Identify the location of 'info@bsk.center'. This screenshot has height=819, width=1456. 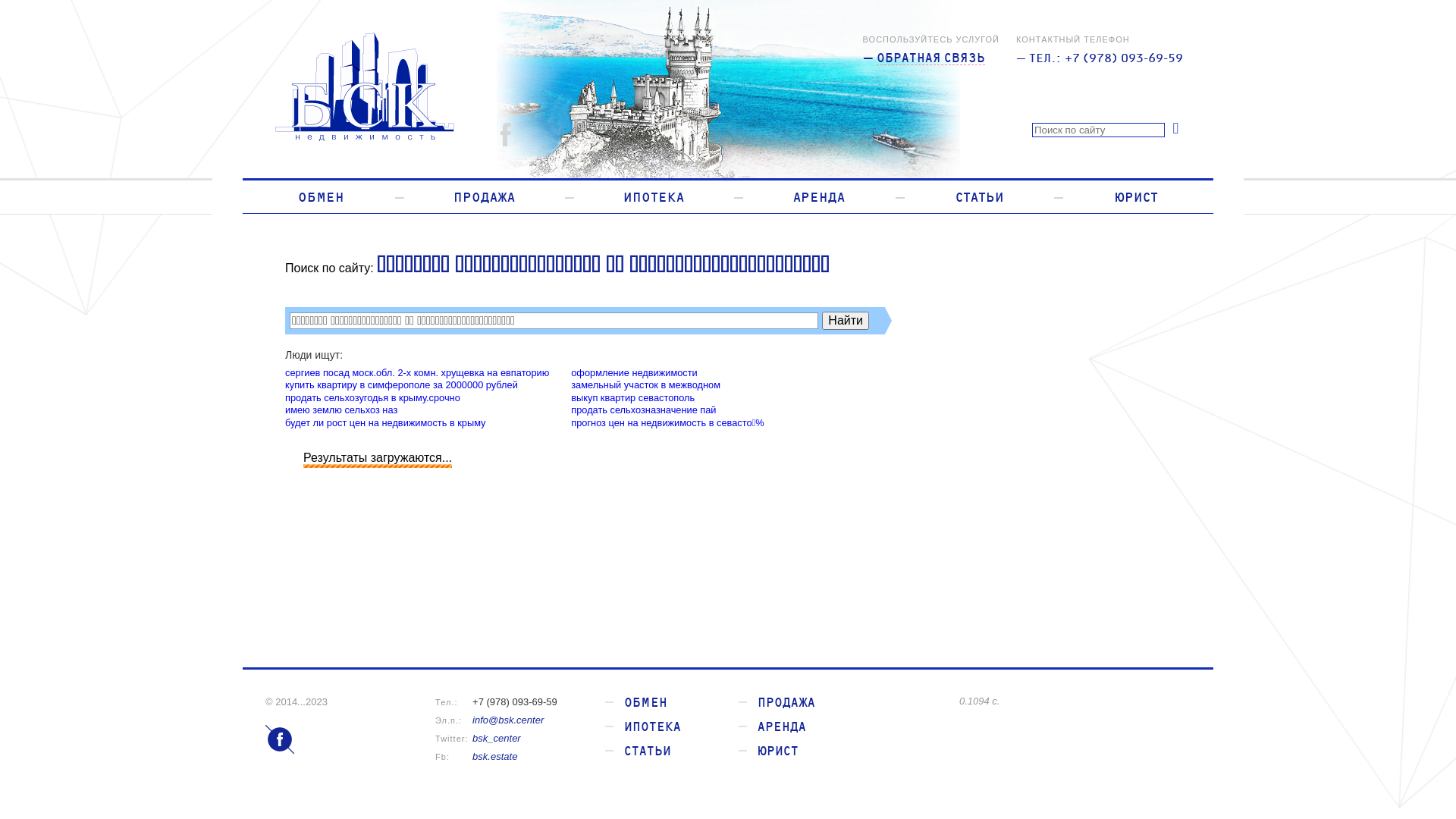
(508, 719).